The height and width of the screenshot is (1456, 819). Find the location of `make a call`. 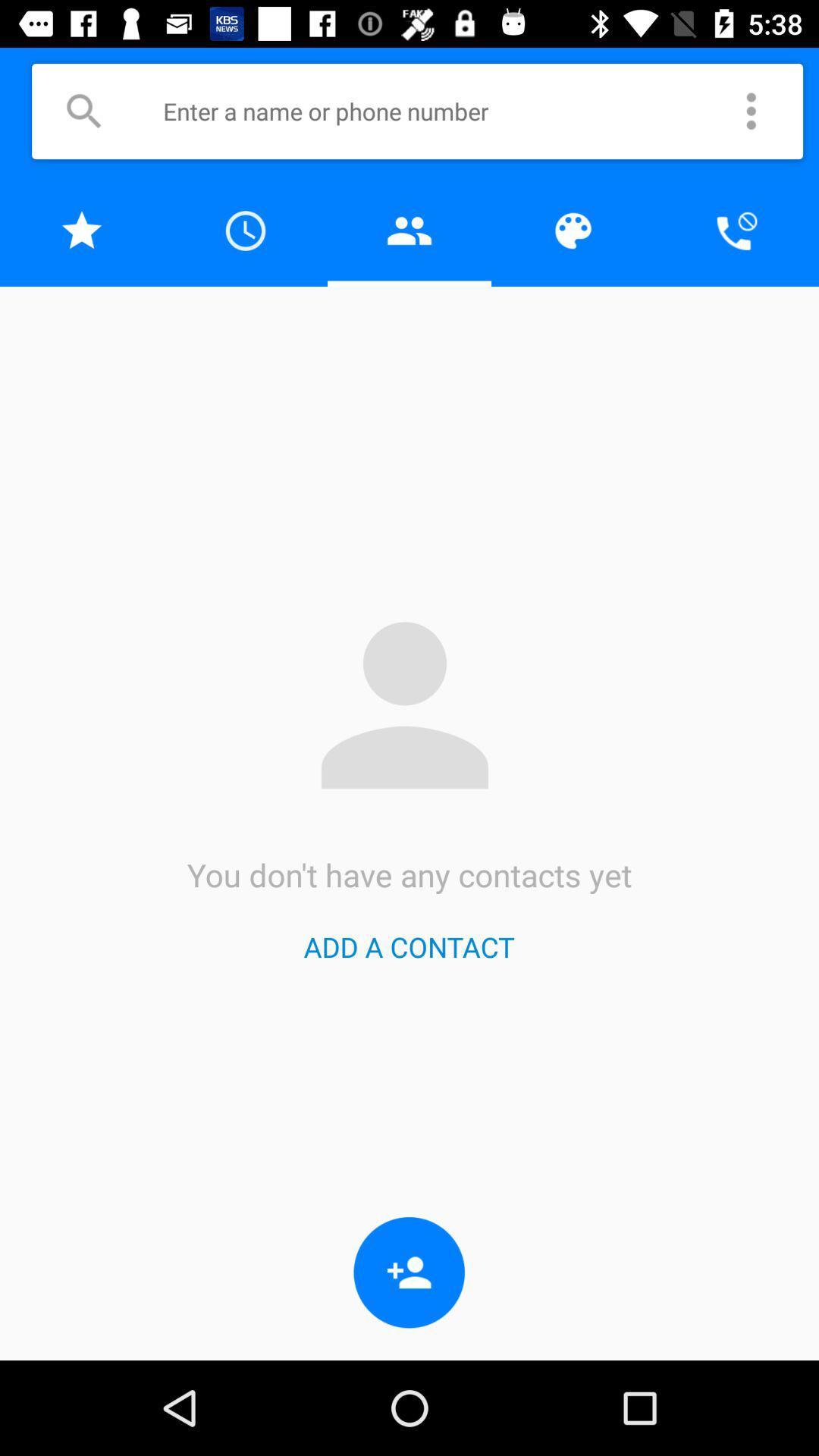

make a call is located at coordinates (736, 230).